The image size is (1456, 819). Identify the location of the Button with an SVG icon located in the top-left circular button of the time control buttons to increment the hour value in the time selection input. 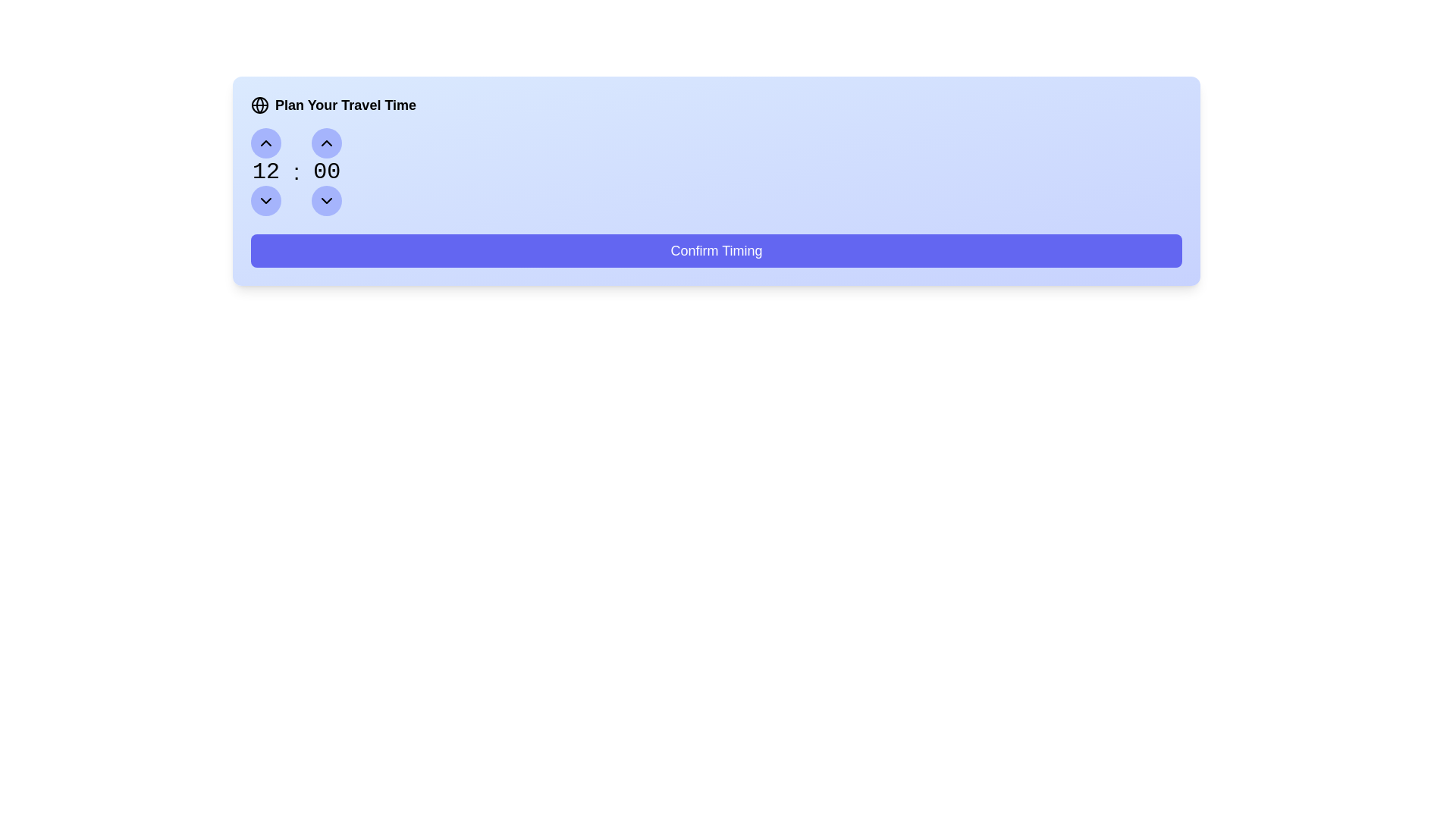
(265, 143).